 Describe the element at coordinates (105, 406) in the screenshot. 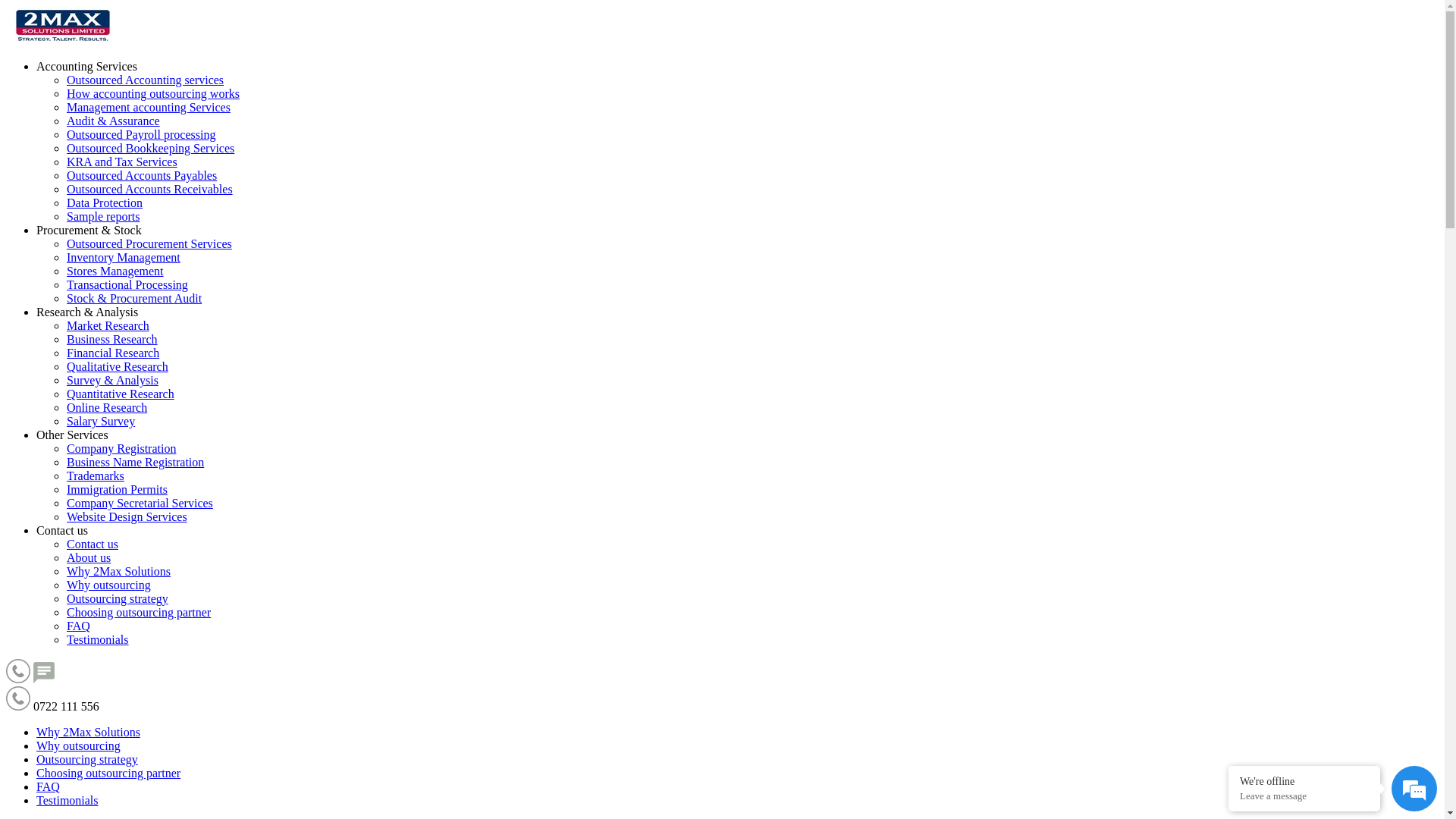

I see `'Online Research'` at that location.